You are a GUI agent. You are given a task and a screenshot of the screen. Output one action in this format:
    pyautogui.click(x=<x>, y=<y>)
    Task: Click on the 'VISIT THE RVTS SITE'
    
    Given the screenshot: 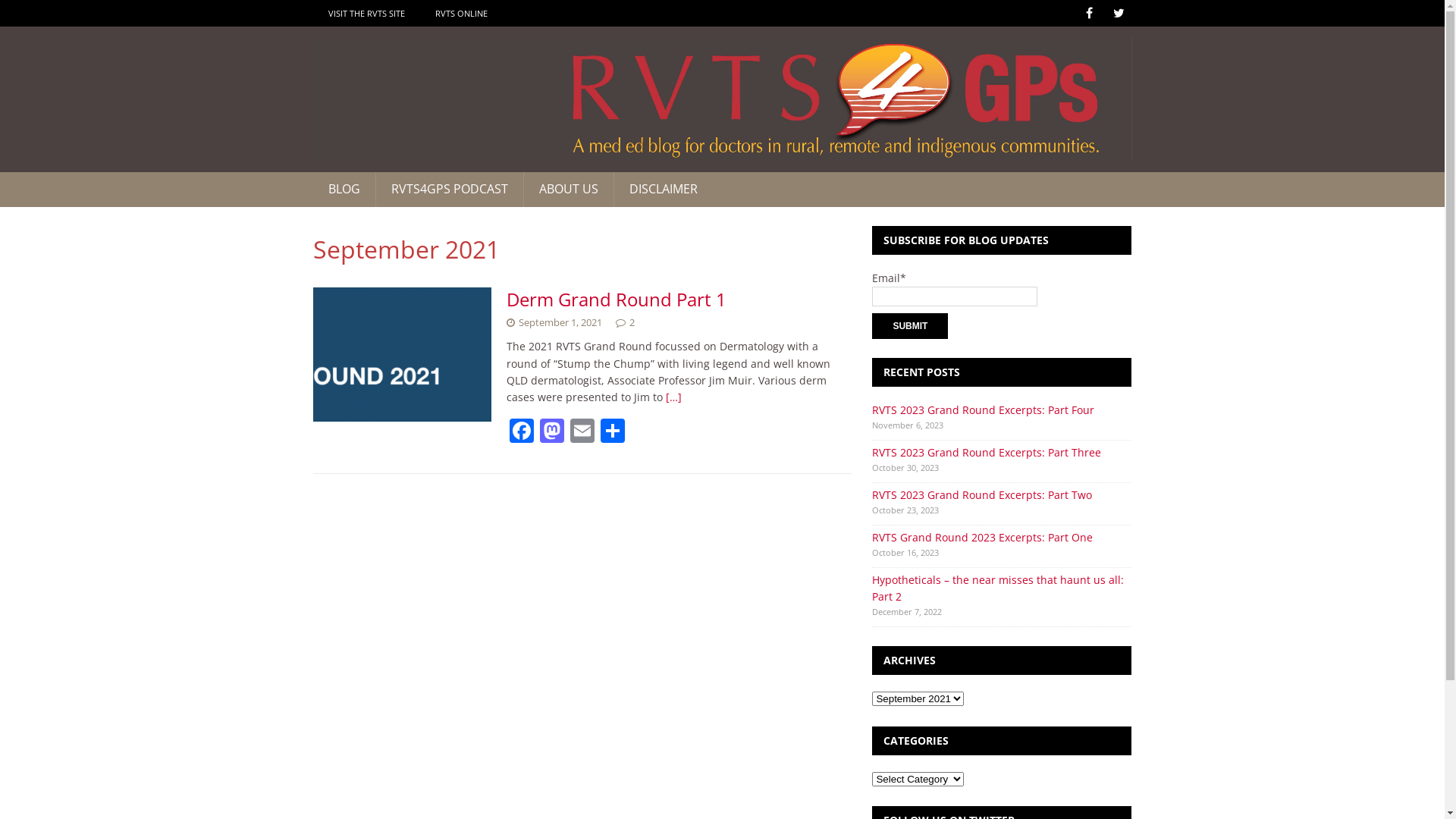 What is the action you would take?
    pyautogui.click(x=366, y=13)
    